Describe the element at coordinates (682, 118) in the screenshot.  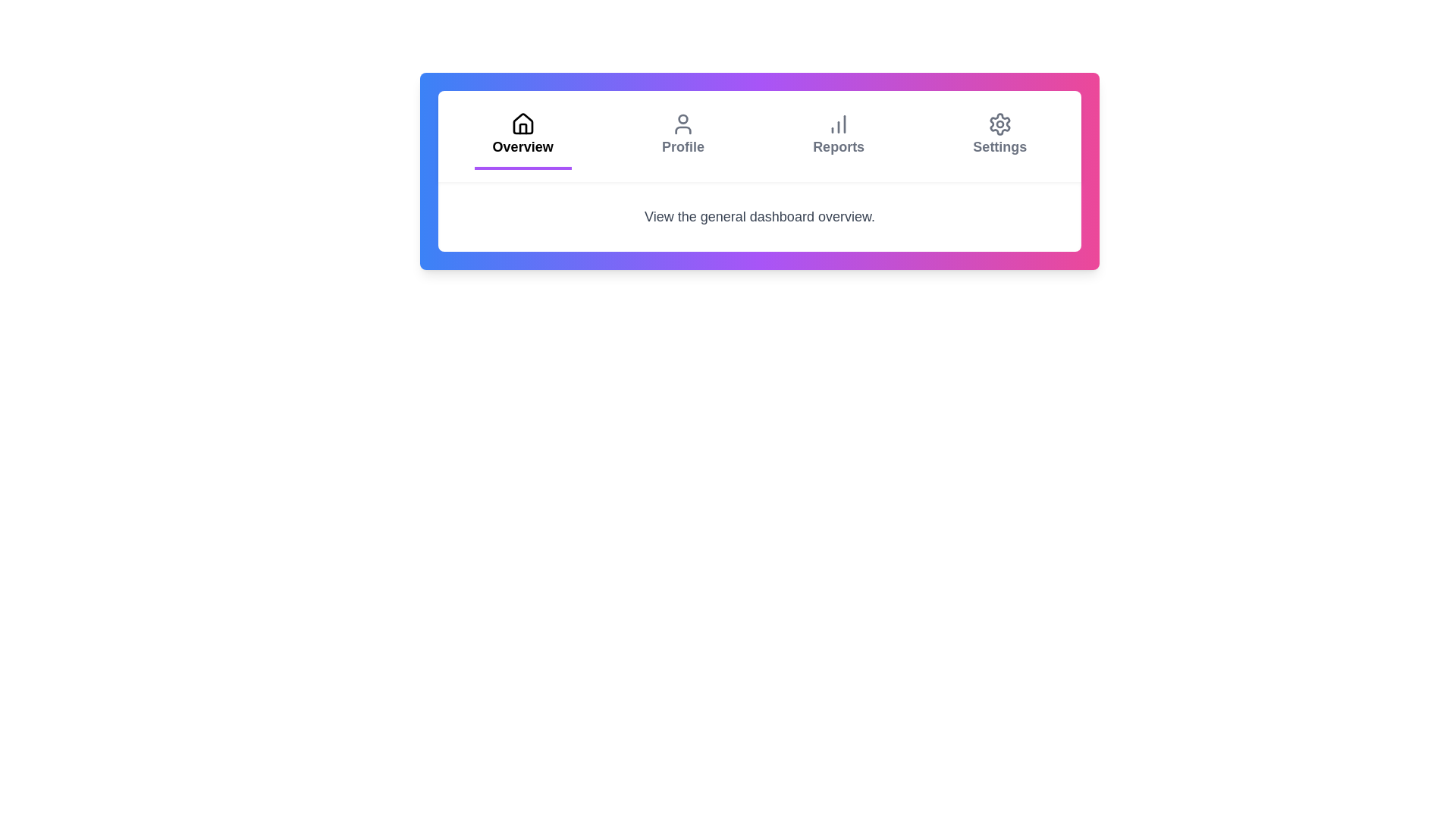
I see `the user profile icon` at that location.